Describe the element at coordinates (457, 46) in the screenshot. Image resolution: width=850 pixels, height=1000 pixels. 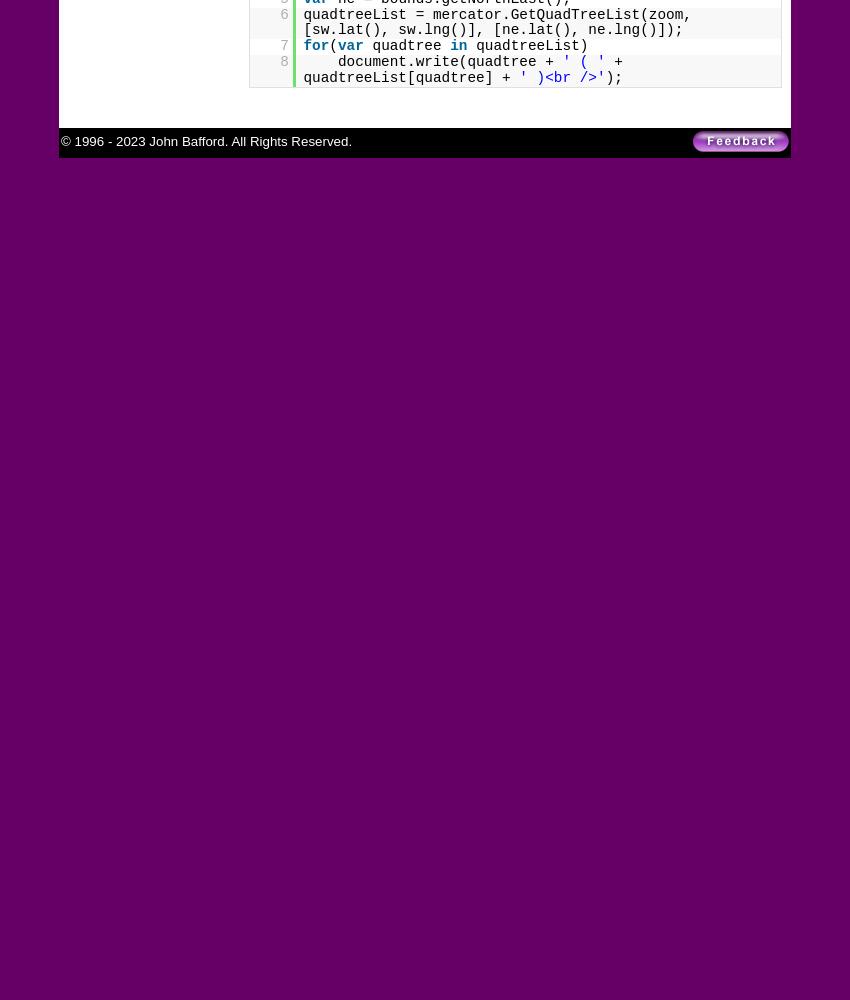
I see `'in'` at that location.